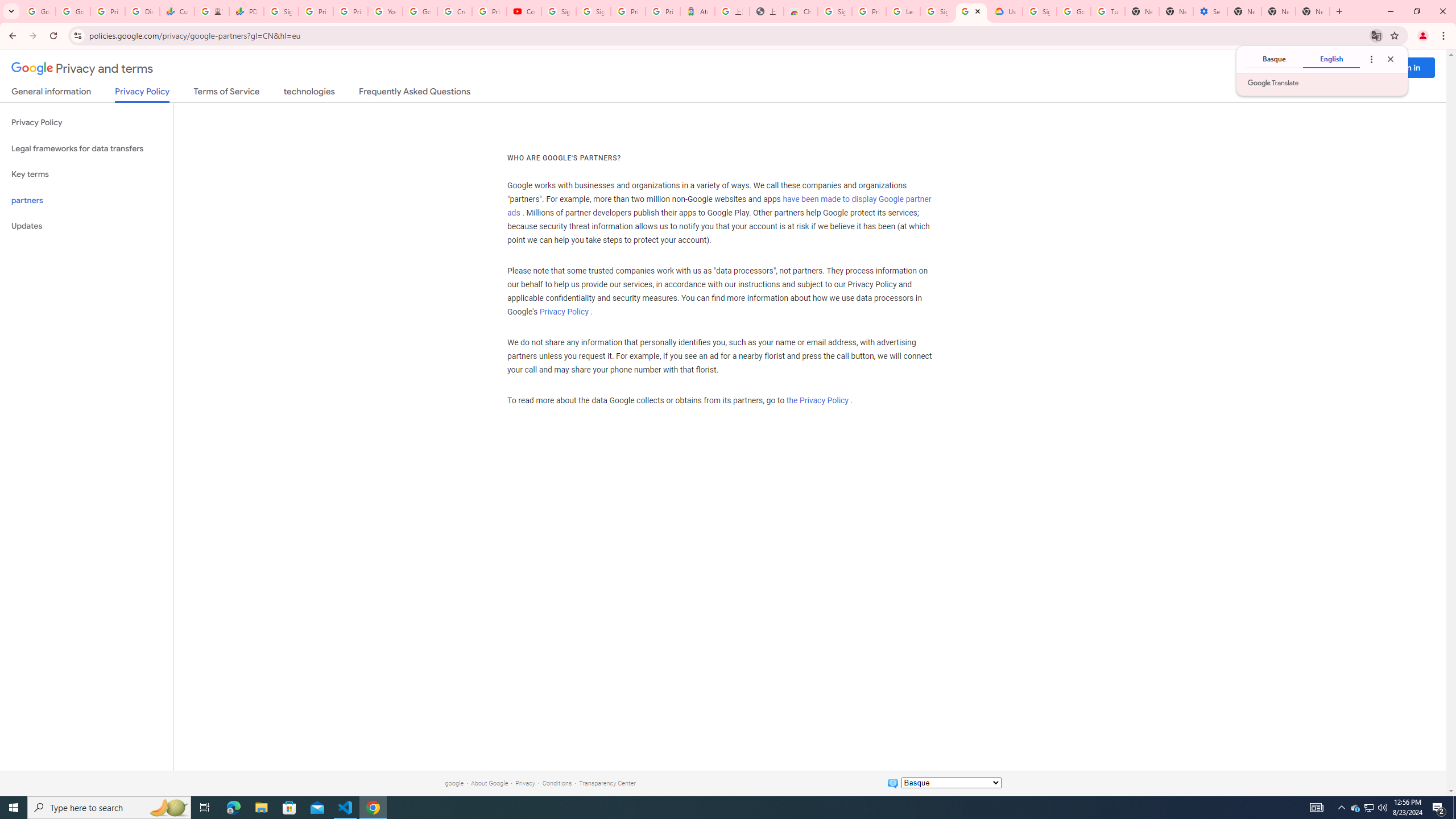 This screenshot has width=1456, height=819. What do you see at coordinates (289, 806) in the screenshot?
I see `'Microsoft Store'` at bounding box center [289, 806].